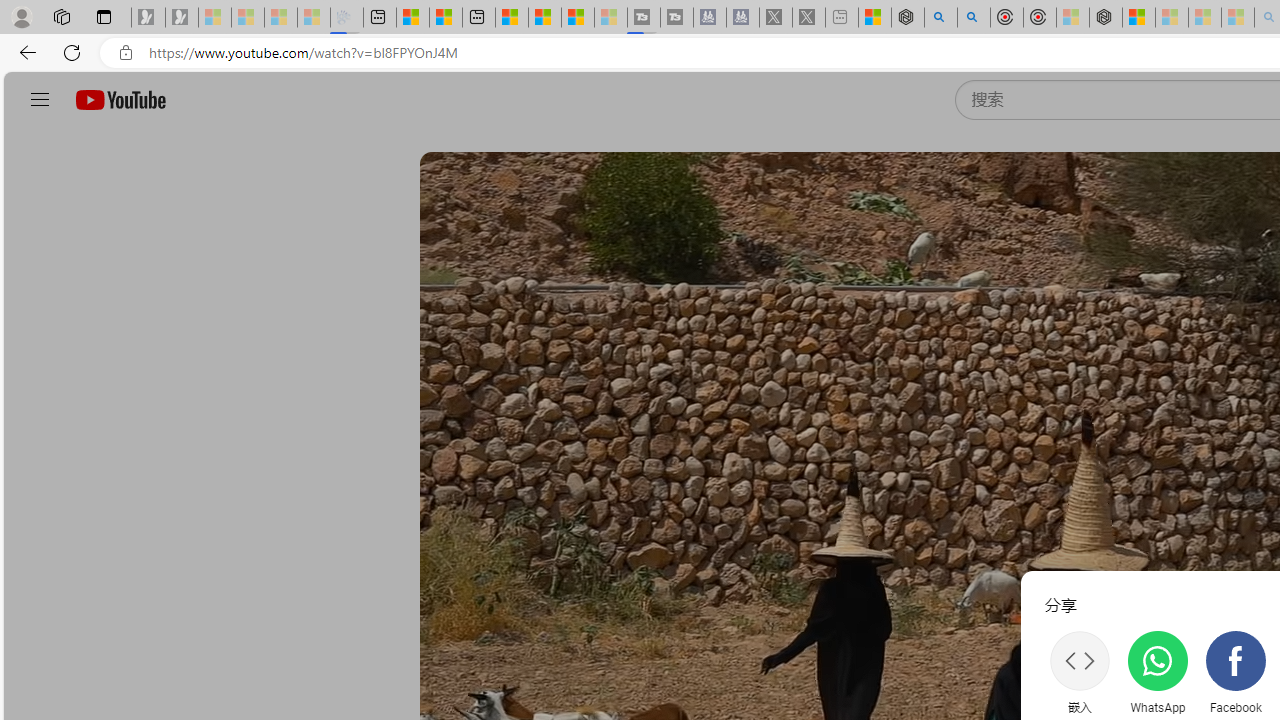  What do you see at coordinates (1105, 17) in the screenshot?
I see `'Nordace - Nordace Siena Is Not An Ordinary Backpack'` at bounding box center [1105, 17].